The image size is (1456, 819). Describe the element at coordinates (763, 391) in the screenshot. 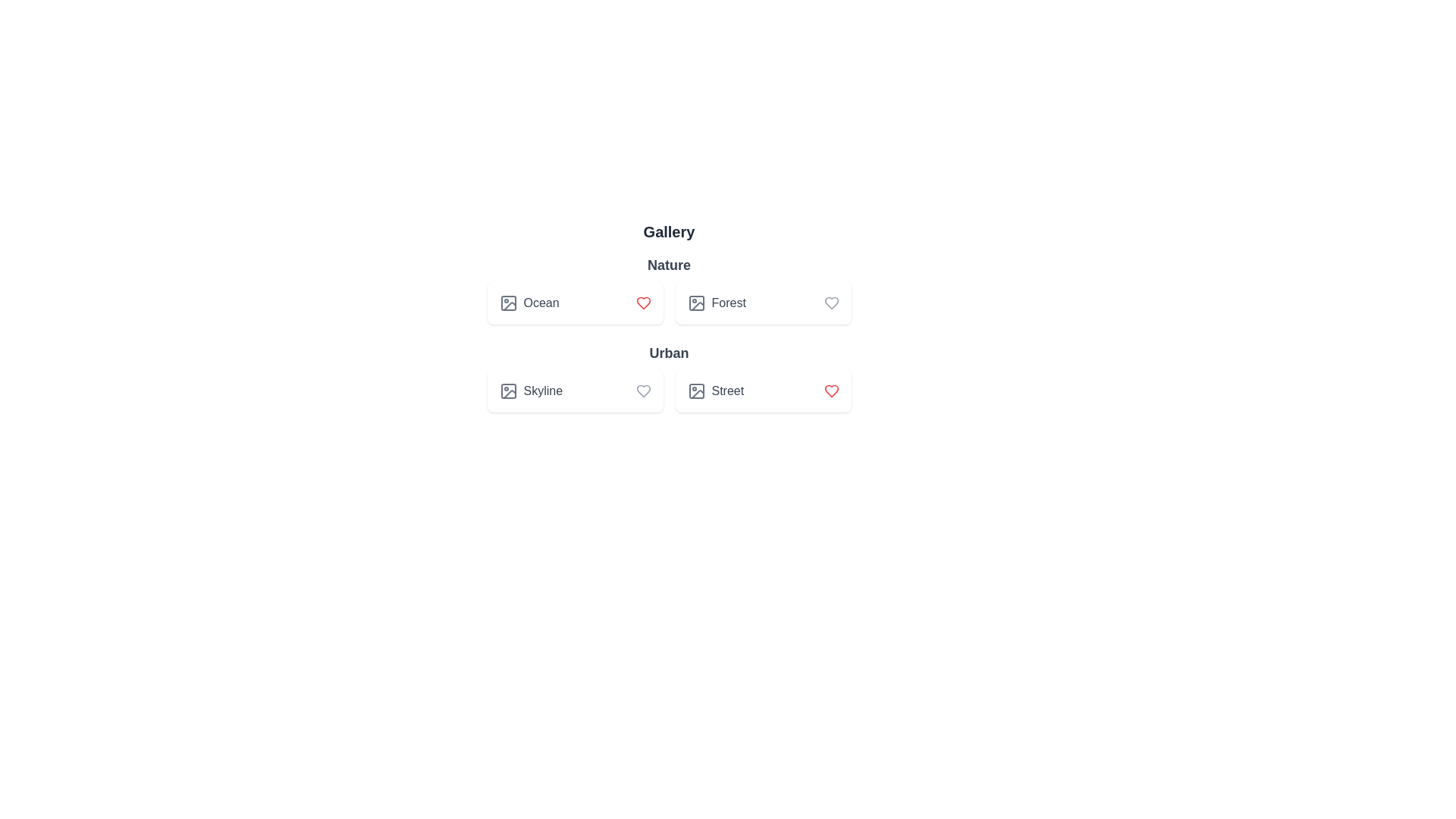

I see `the list item labeled Street` at that location.